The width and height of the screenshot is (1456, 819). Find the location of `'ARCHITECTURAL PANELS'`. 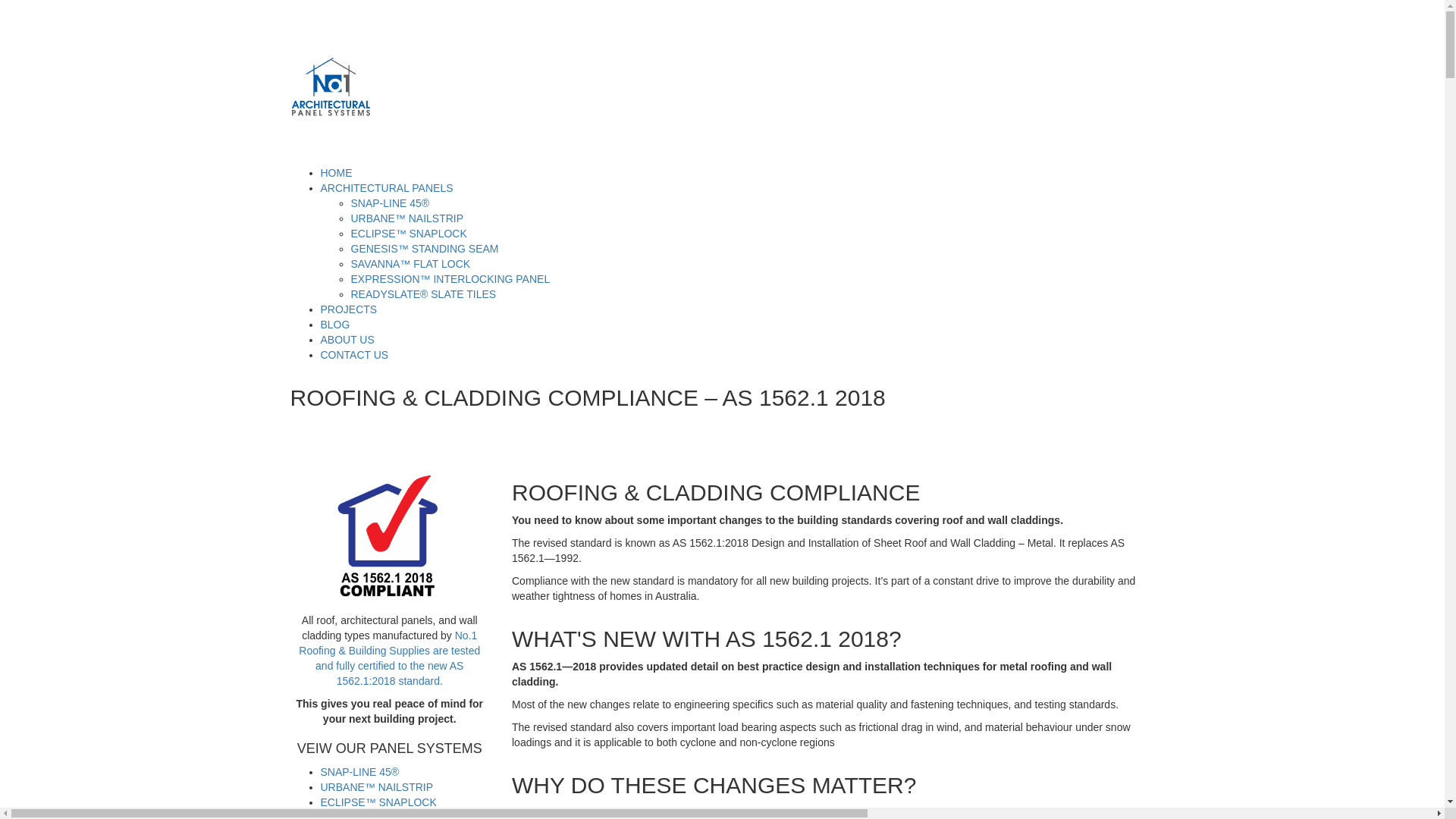

'ARCHITECTURAL PANELS' is located at coordinates (386, 187).